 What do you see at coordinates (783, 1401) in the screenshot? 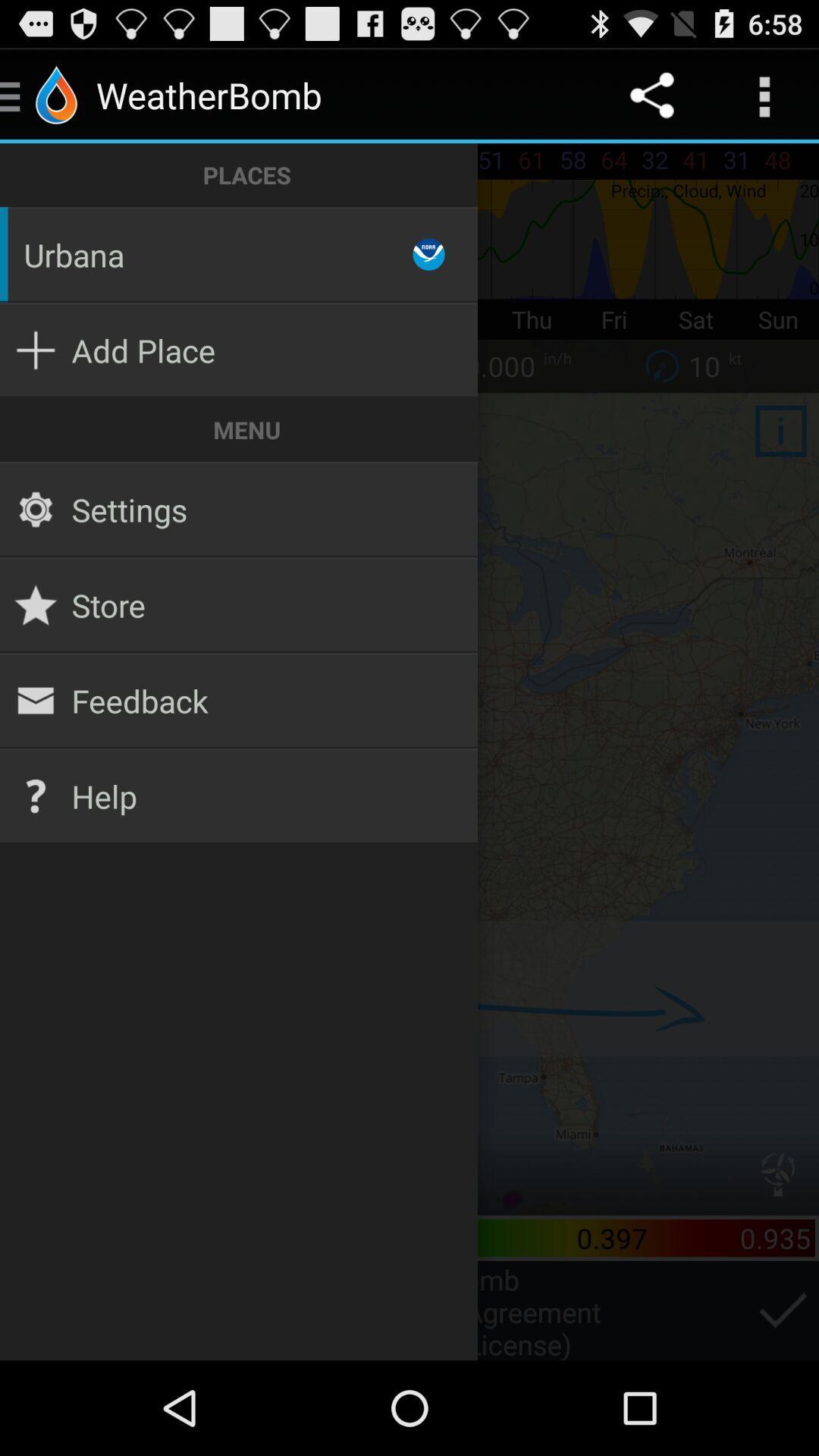
I see `the check icon` at bounding box center [783, 1401].